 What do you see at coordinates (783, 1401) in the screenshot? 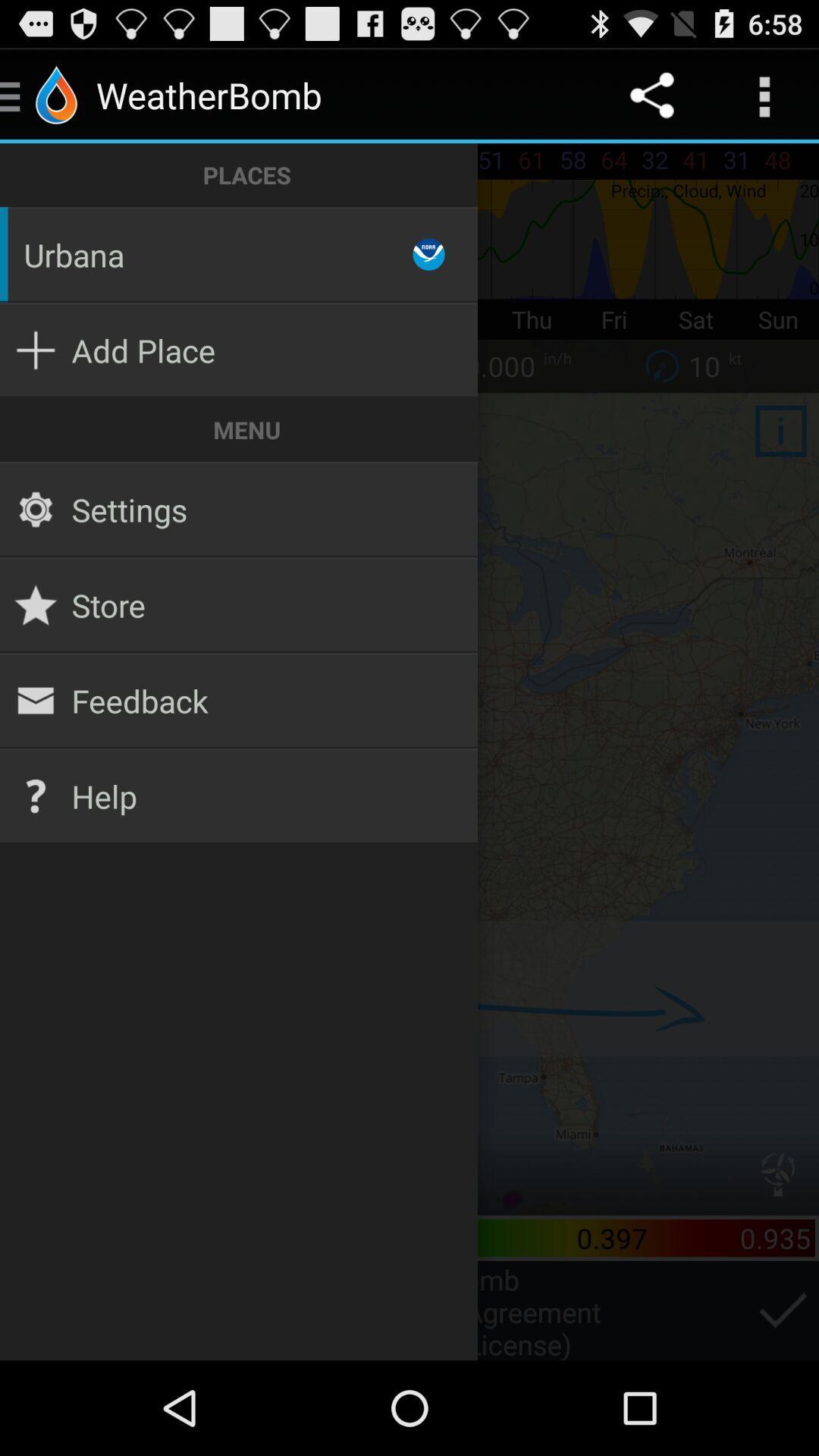
I see `the check icon` at bounding box center [783, 1401].